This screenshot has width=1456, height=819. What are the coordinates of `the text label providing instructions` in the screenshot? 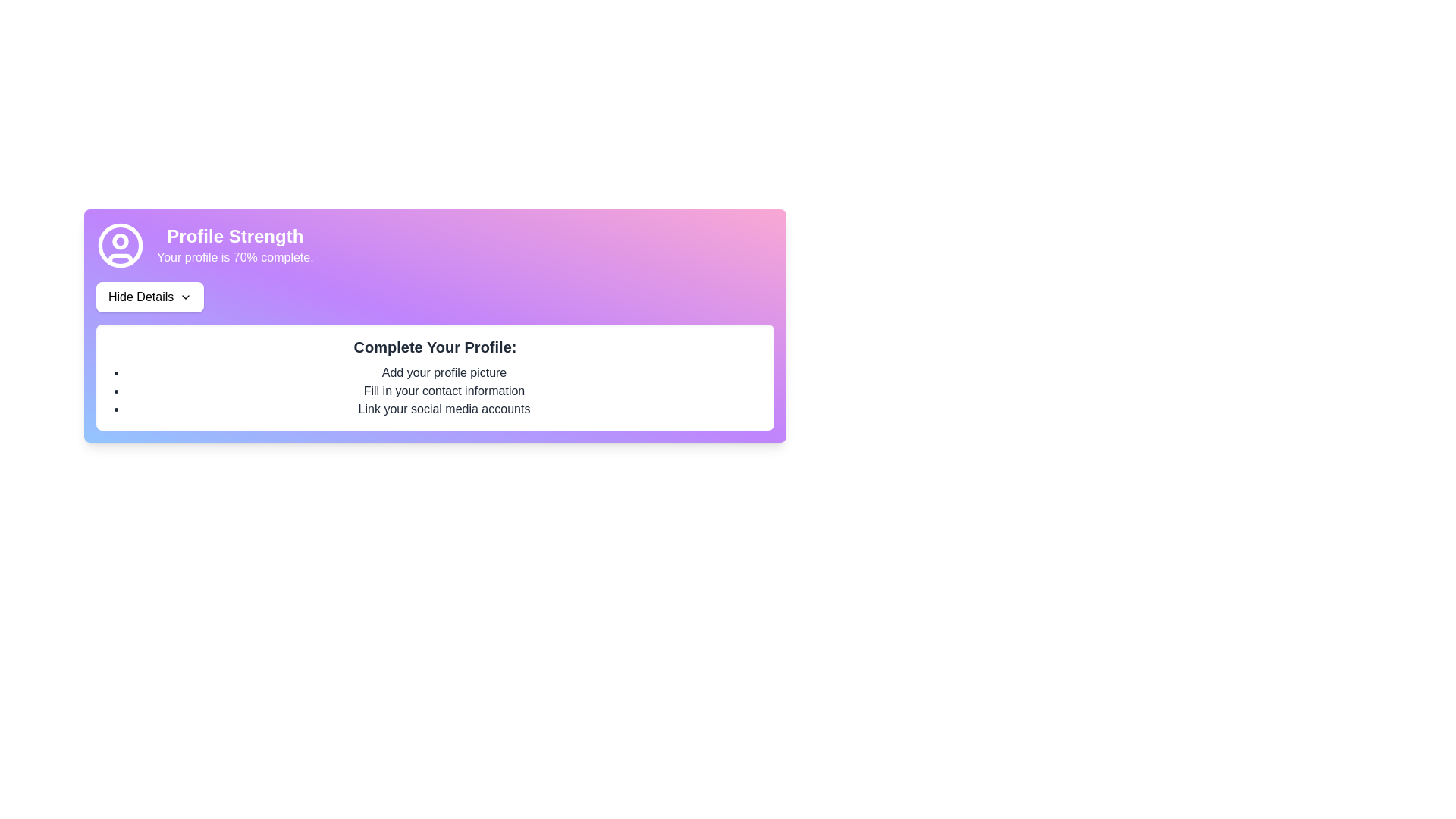 It's located at (443, 373).